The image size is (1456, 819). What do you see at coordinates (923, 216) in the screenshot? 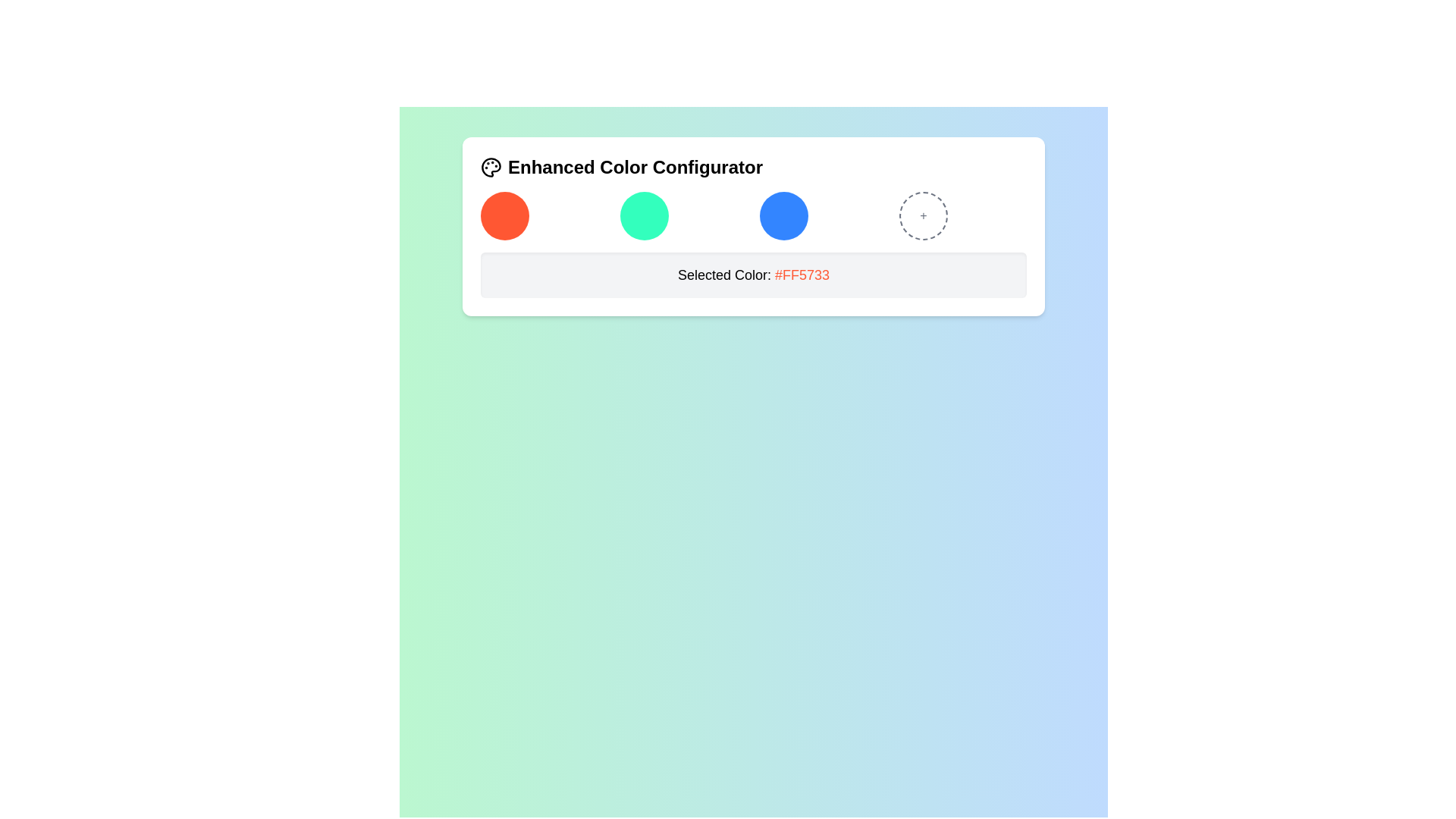
I see `the circular button with a dashed border and a plus symbol, located at the end of the horizontal group of color-selecting buttons` at bounding box center [923, 216].